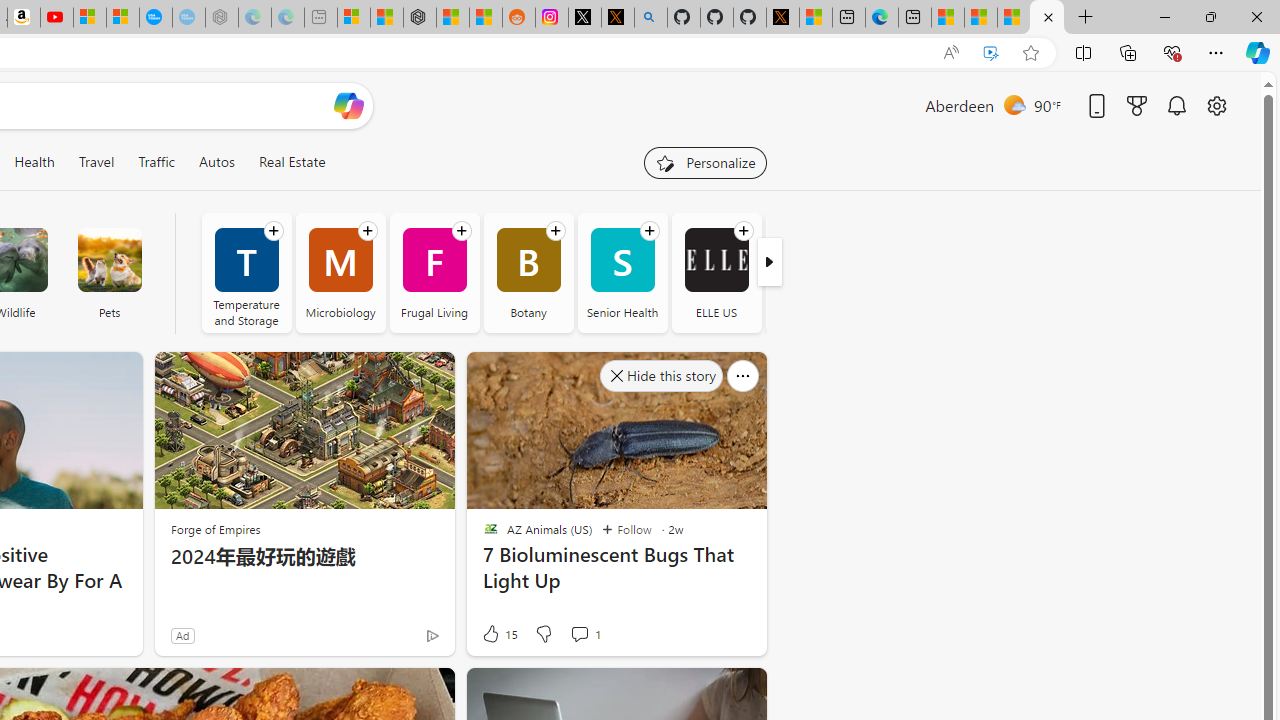  Describe the element at coordinates (485, 17) in the screenshot. I see `'Shanghai, China Weather trends | Microsoft Weather'` at that location.